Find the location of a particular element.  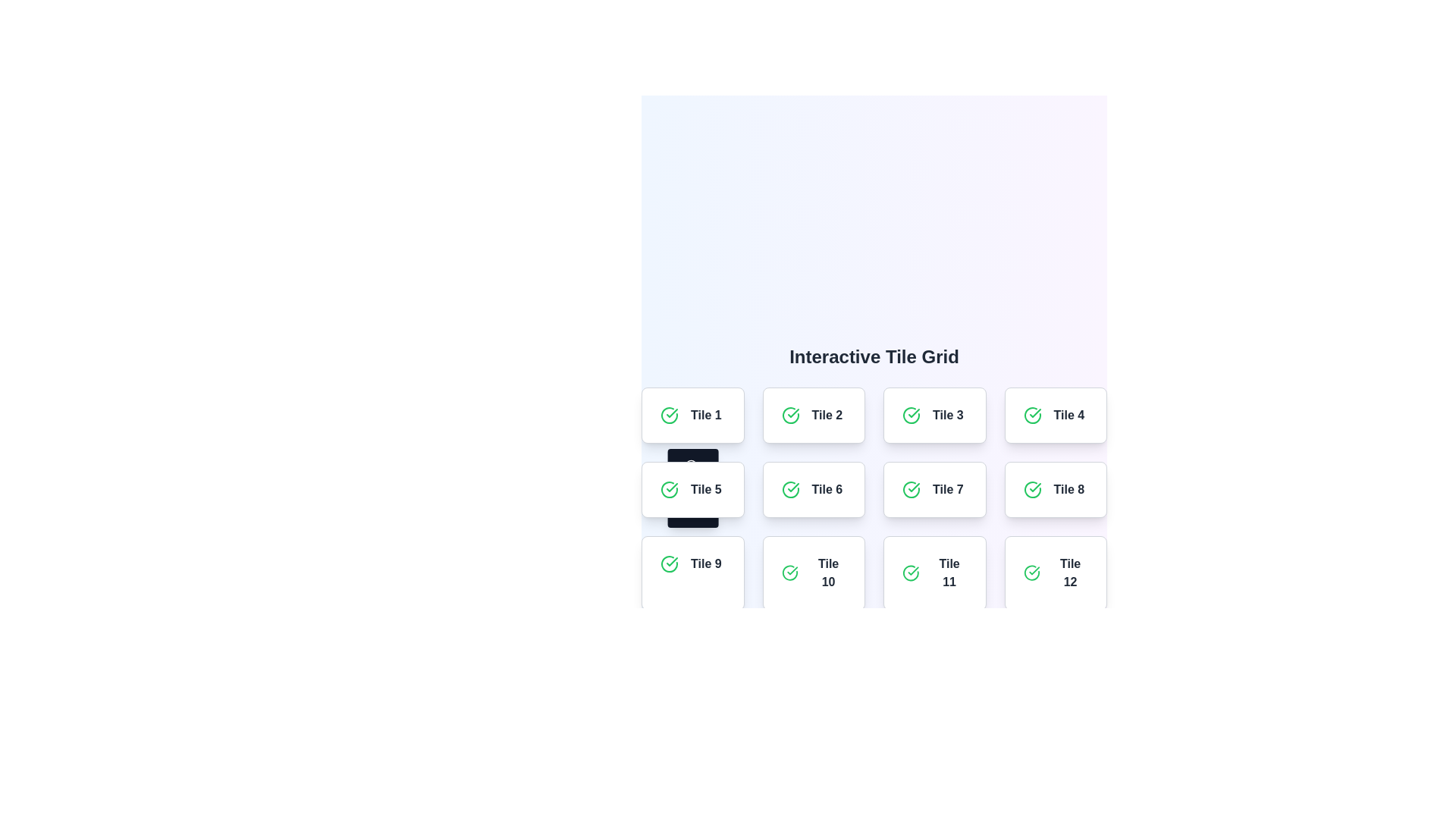

'Tile 11', which is the third tile in the third row of a grid layout, to activate hover effects is located at coordinates (934, 573).